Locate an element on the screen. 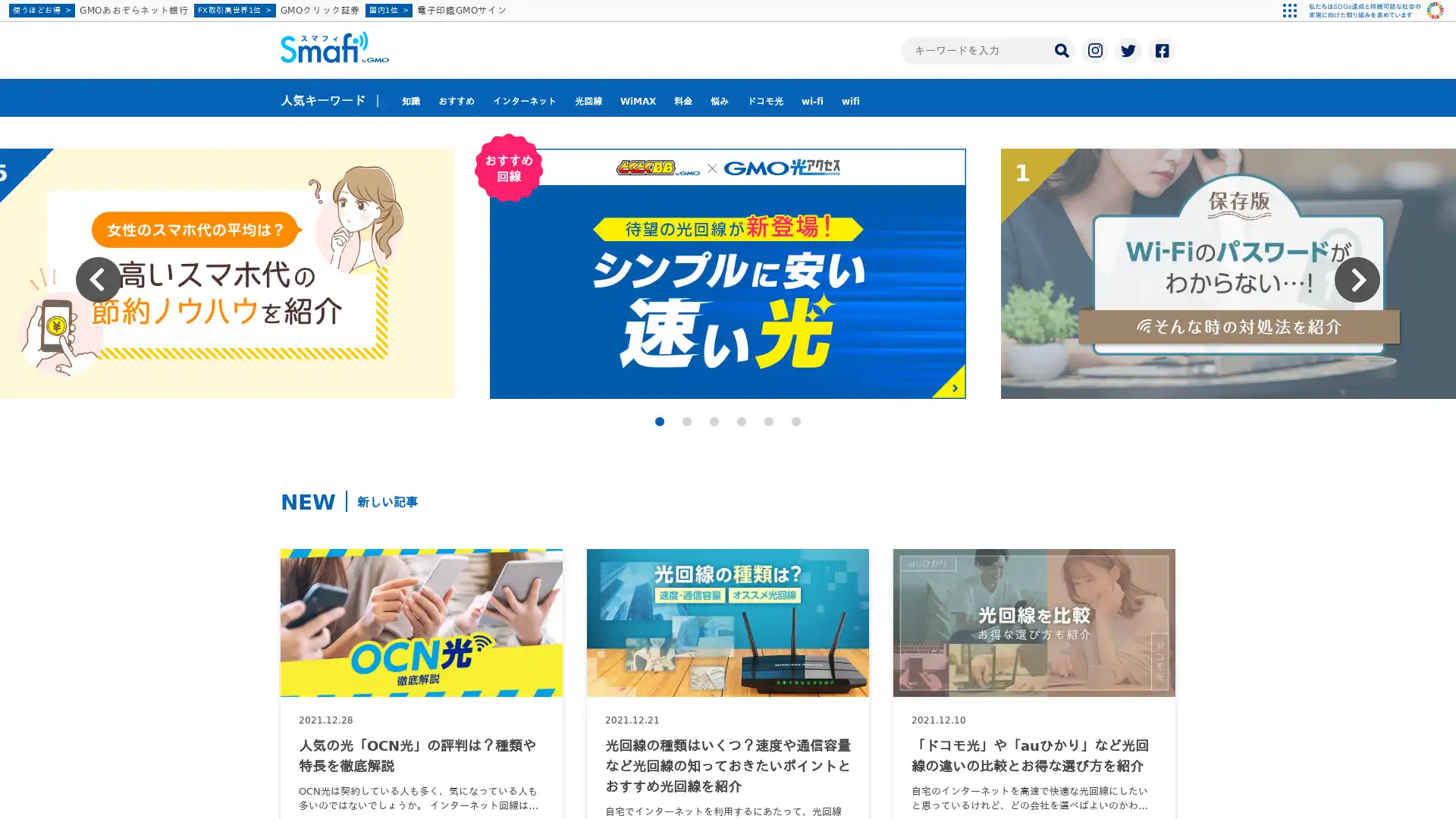  search is located at coordinates (1061, 49).